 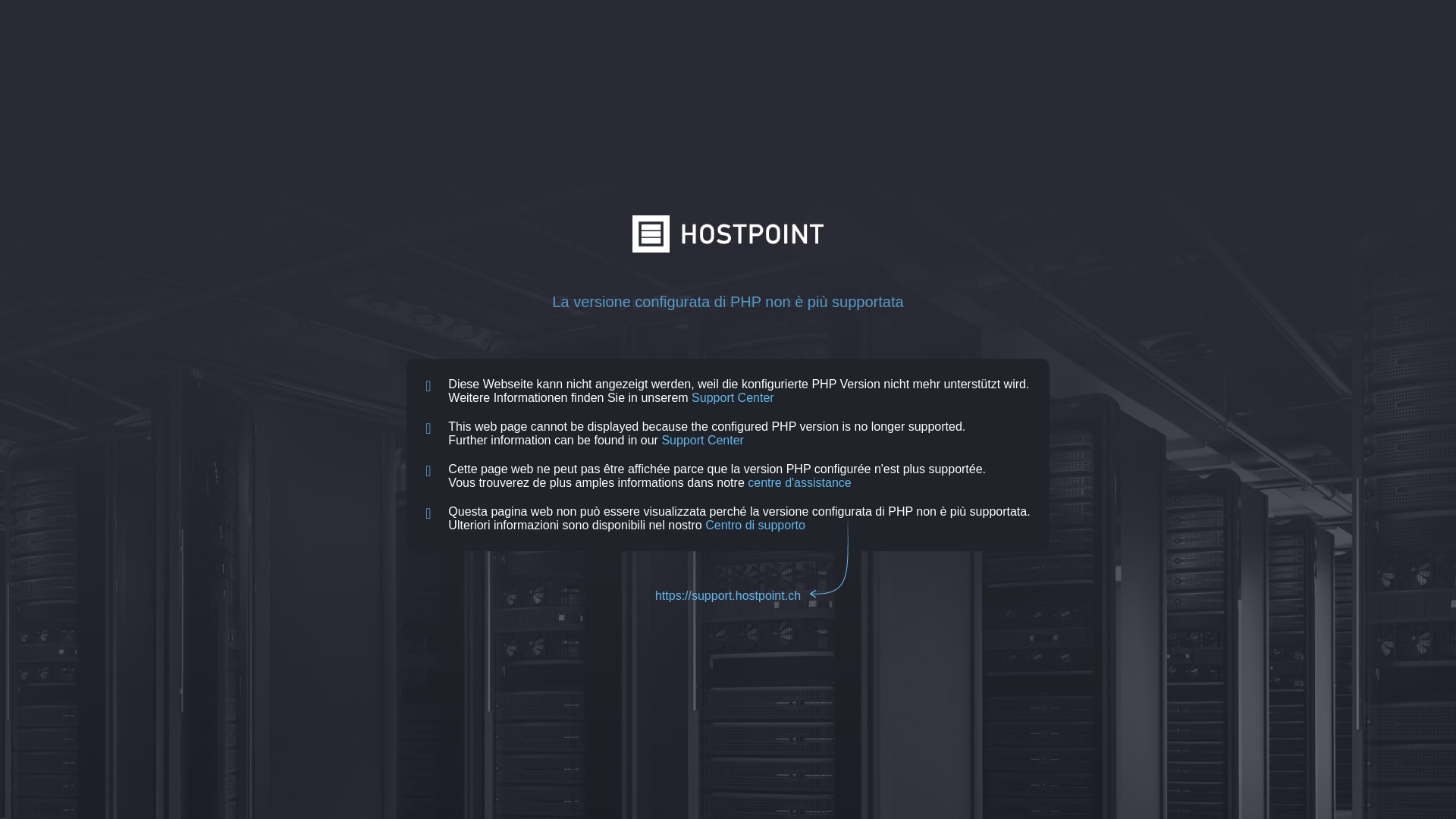 What do you see at coordinates (733, 397) in the screenshot?
I see `'Support Center'` at bounding box center [733, 397].